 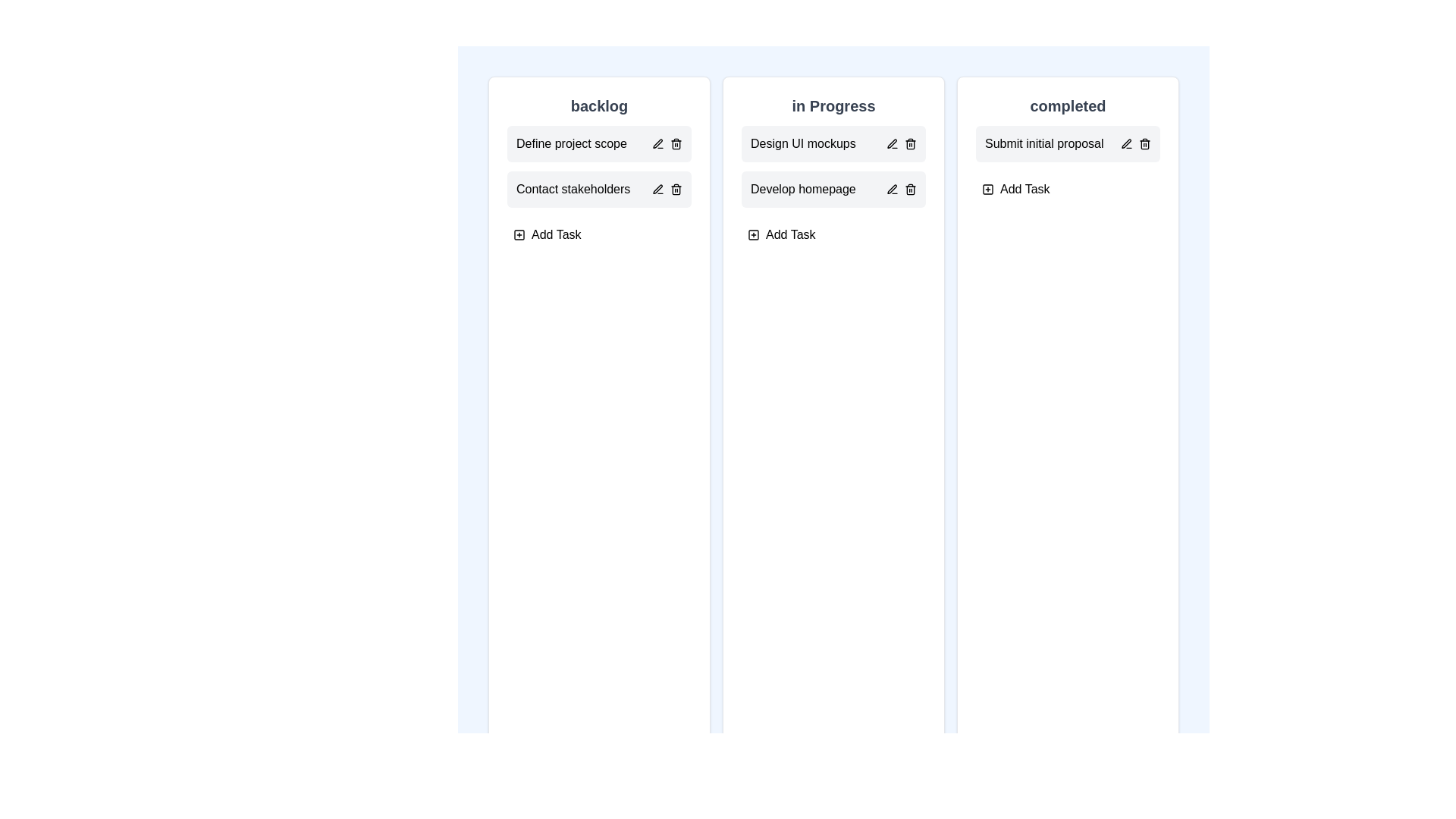 What do you see at coordinates (676, 143) in the screenshot?
I see `the delete icon next to the task 'Define project scope' in the 'backlog' column` at bounding box center [676, 143].